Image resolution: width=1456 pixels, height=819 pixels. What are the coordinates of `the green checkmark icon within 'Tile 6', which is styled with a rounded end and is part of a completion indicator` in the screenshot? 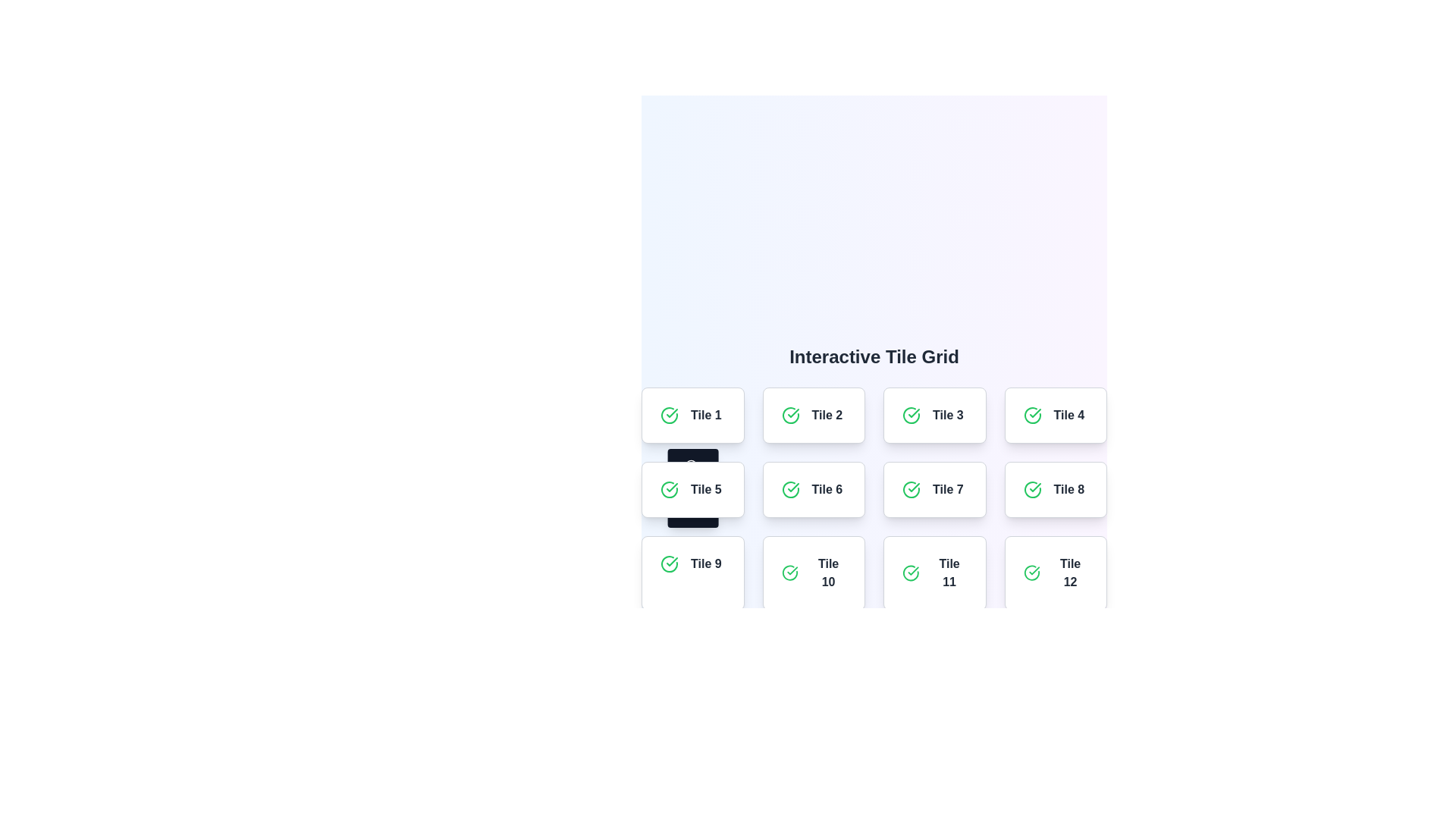 It's located at (792, 488).